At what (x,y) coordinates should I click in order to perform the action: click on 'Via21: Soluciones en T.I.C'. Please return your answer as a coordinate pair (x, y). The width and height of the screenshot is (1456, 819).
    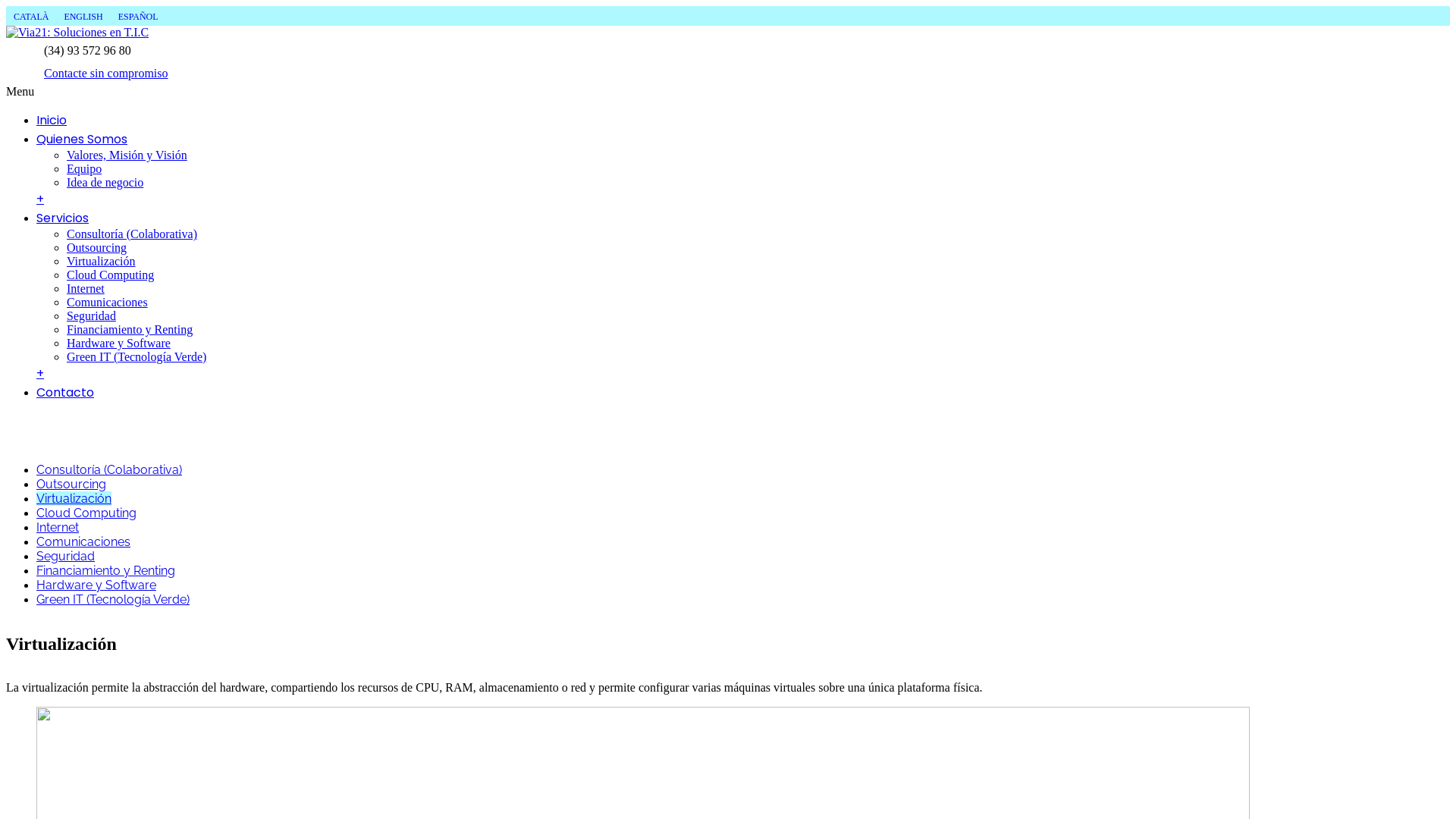
    Looking at the image, I should click on (76, 32).